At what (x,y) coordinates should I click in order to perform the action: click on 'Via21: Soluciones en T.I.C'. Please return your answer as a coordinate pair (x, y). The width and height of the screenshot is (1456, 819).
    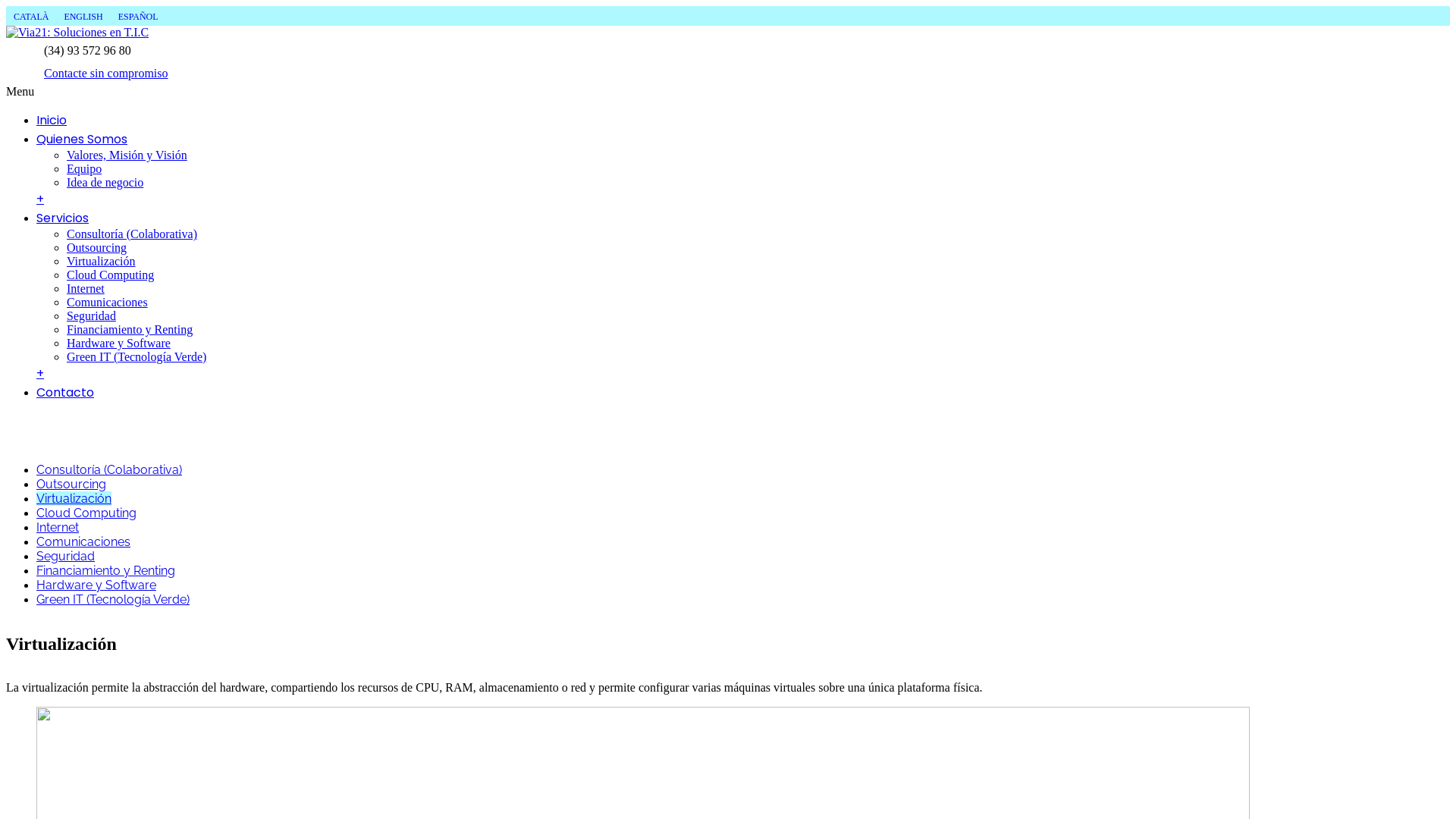
    Looking at the image, I should click on (76, 32).